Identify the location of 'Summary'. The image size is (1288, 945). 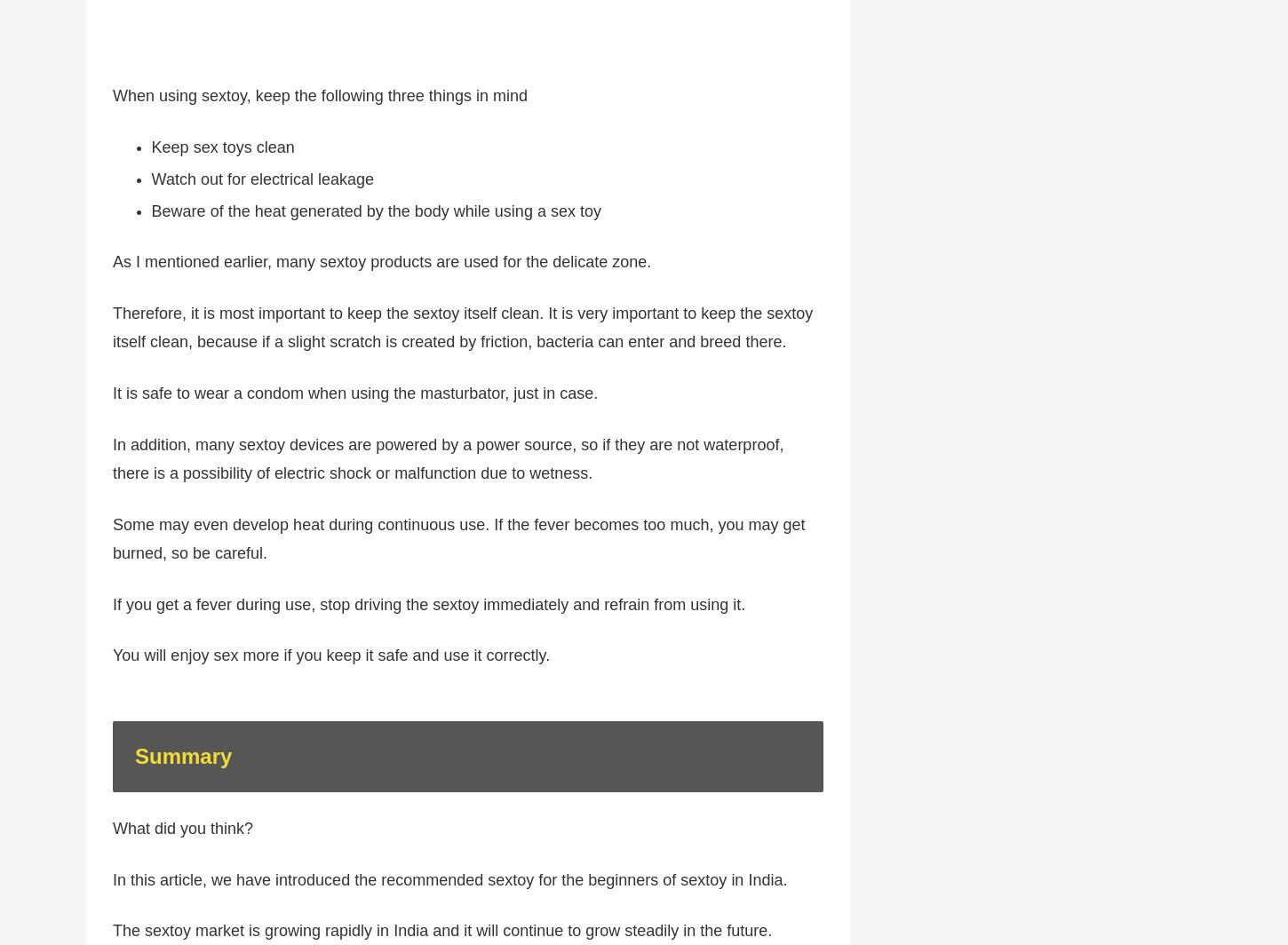
(133, 766).